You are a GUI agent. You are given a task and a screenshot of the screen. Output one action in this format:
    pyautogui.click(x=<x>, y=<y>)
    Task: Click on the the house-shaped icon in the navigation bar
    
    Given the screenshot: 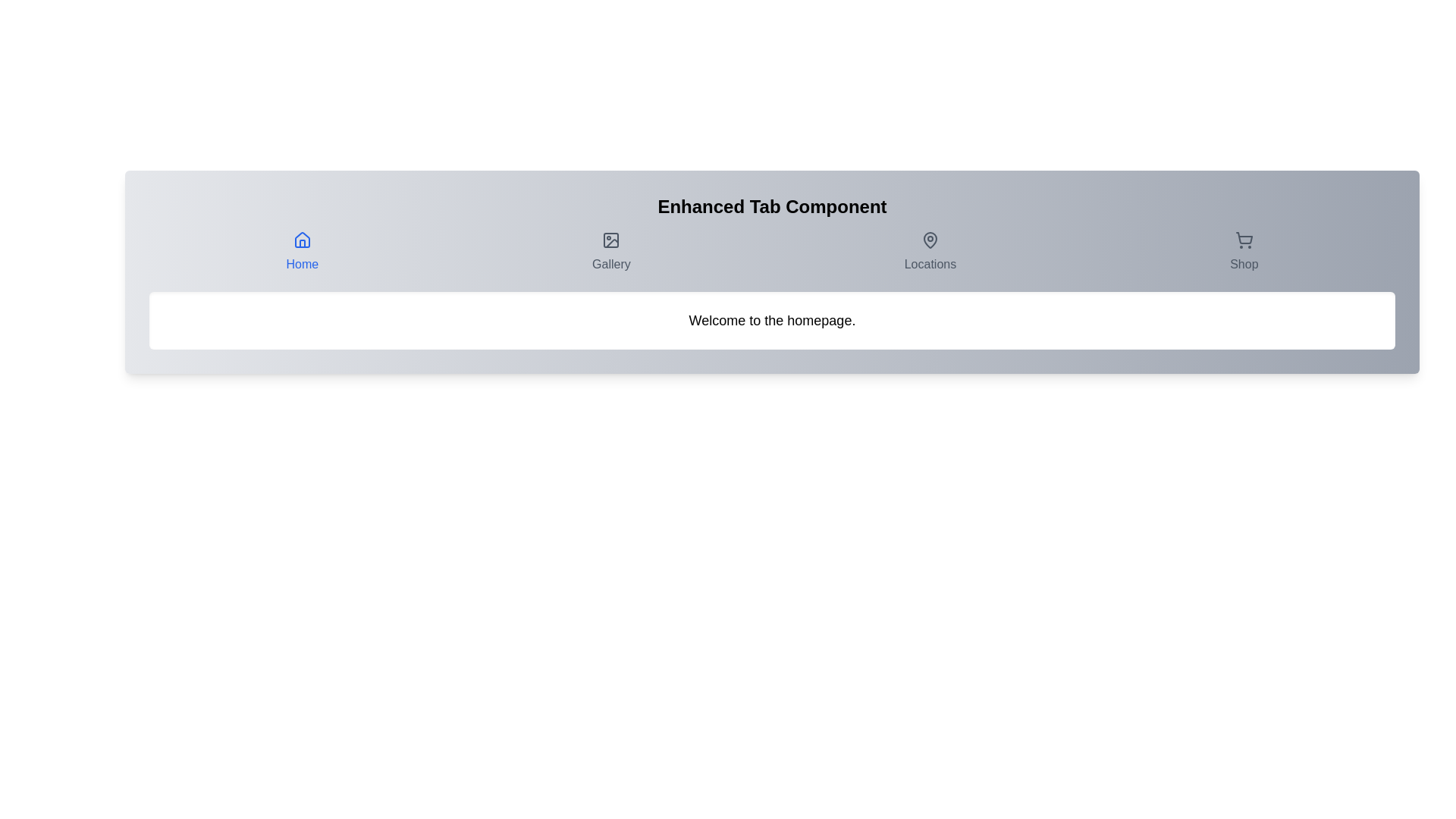 What is the action you would take?
    pyautogui.click(x=302, y=239)
    